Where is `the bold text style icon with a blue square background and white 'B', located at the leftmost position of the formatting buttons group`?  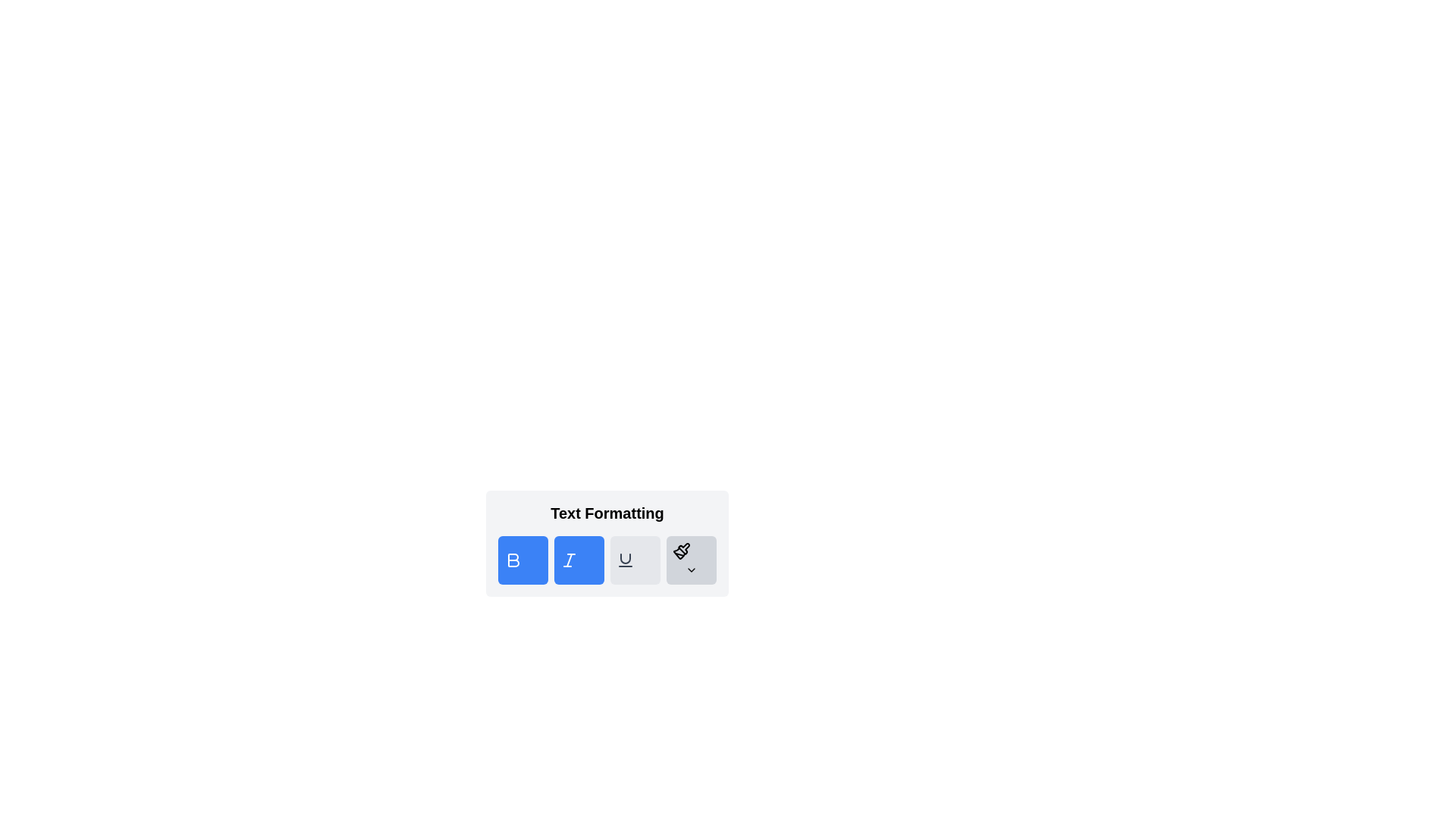 the bold text style icon with a blue square background and white 'B', located at the leftmost position of the formatting buttons group is located at coordinates (513, 560).